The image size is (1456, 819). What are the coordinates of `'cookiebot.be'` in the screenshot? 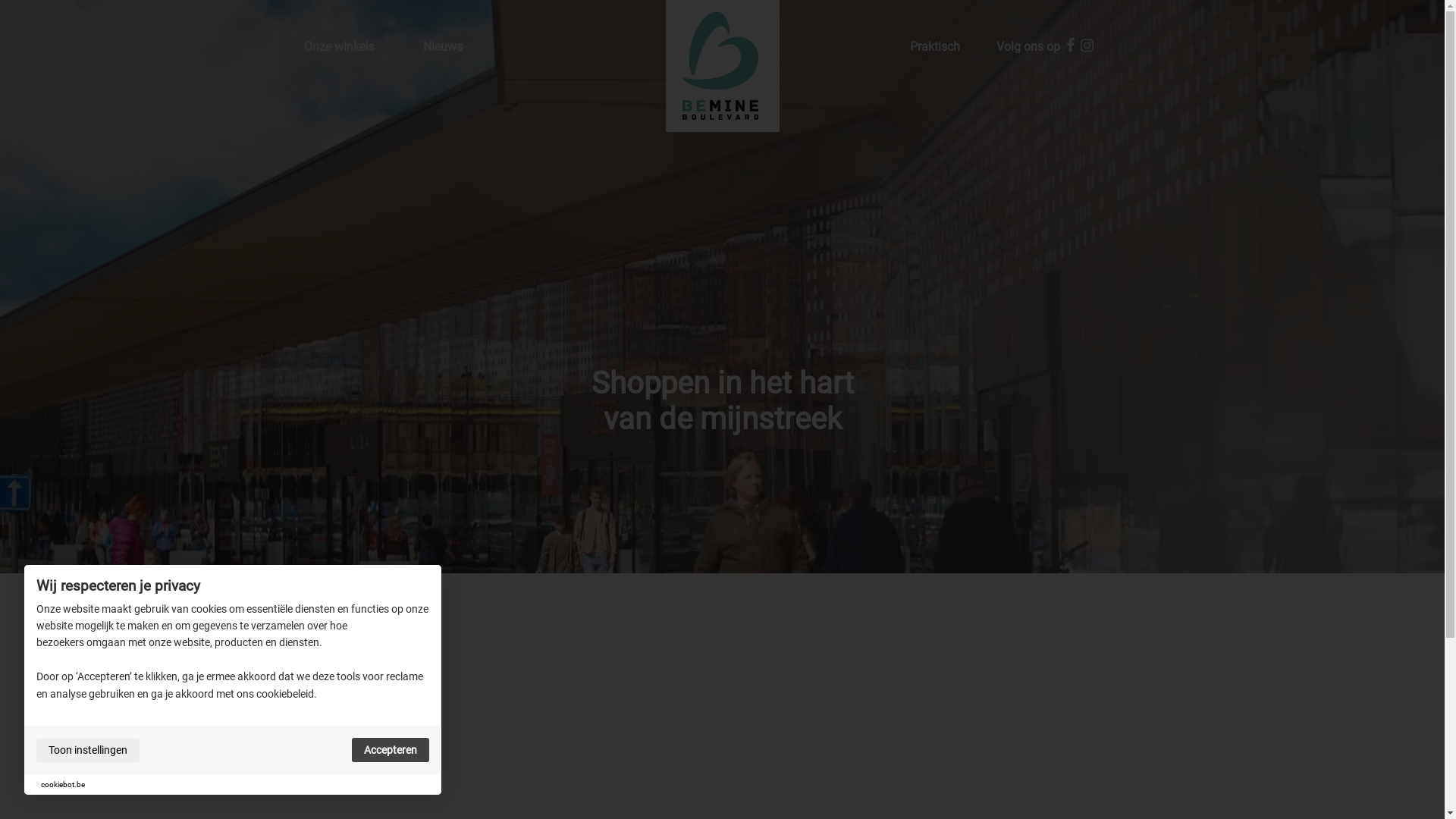 It's located at (61, 784).